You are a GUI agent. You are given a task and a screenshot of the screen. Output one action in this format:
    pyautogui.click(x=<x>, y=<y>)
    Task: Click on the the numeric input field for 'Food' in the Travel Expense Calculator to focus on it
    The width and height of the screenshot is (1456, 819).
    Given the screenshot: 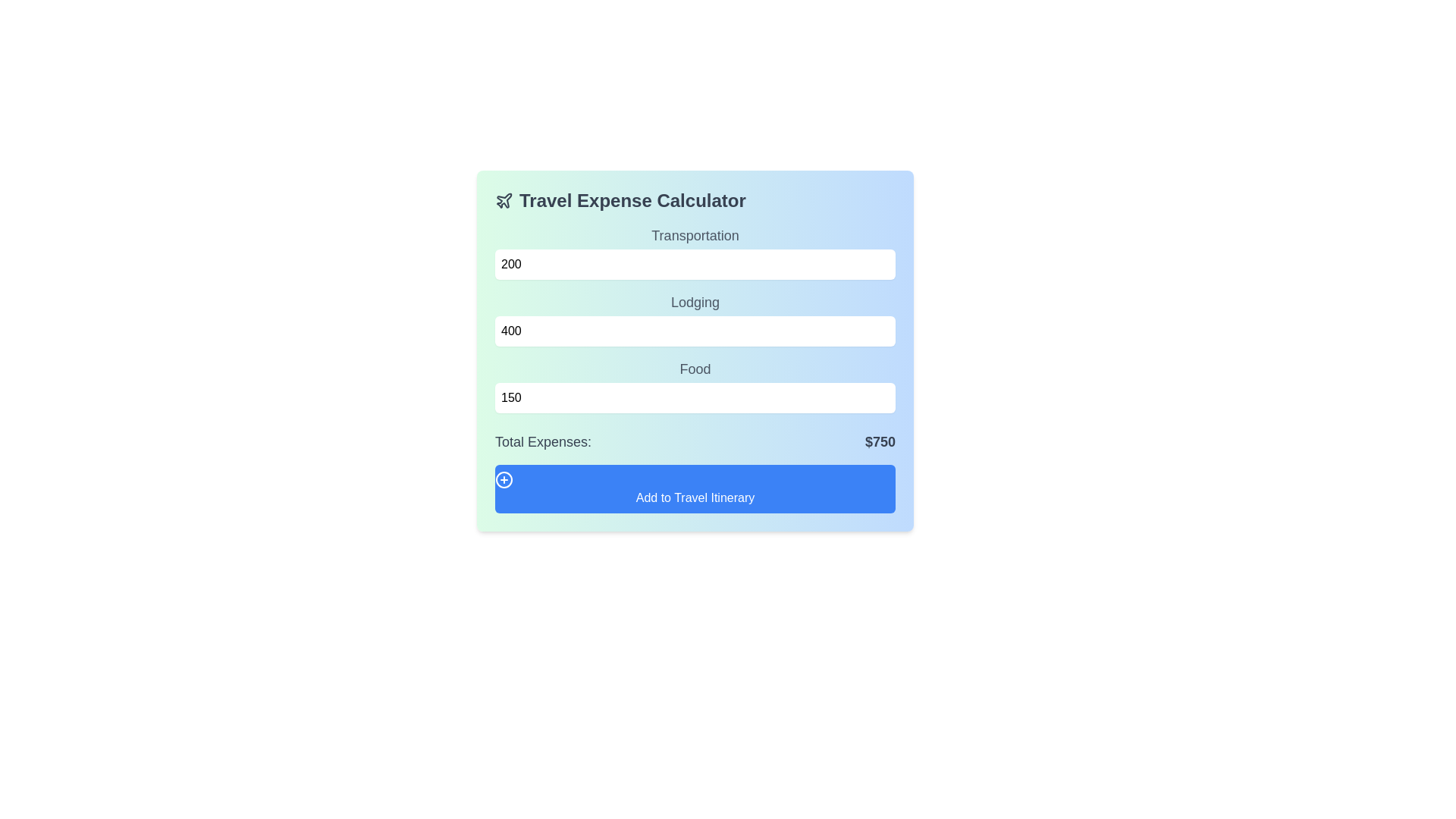 What is the action you would take?
    pyautogui.click(x=694, y=385)
    